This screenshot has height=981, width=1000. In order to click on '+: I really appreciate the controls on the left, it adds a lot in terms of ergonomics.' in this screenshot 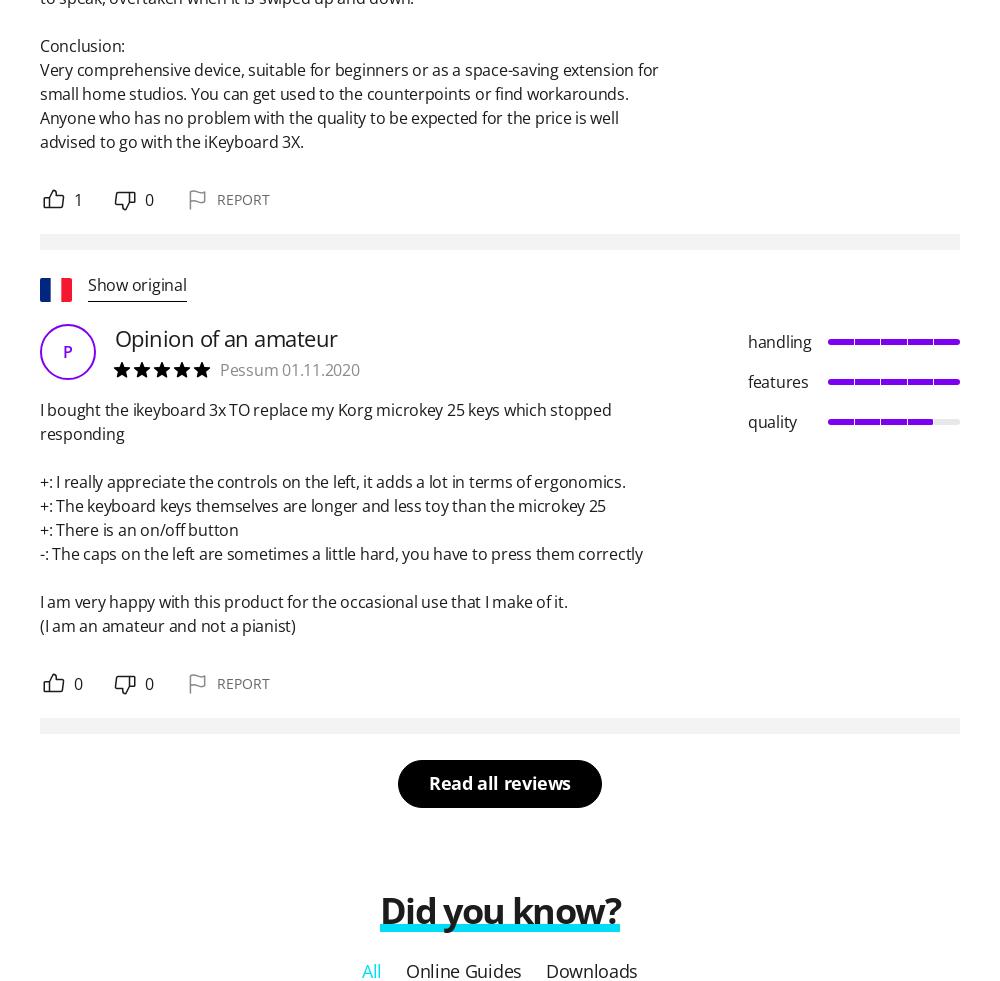, I will do `click(331, 480)`.